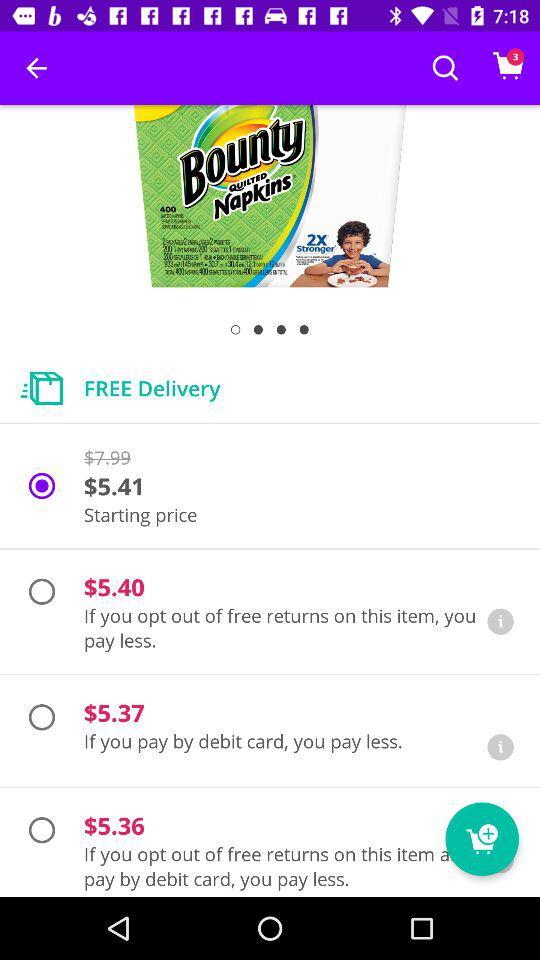 The image size is (540, 960). Describe the element at coordinates (499, 746) in the screenshot. I see `information` at that location.